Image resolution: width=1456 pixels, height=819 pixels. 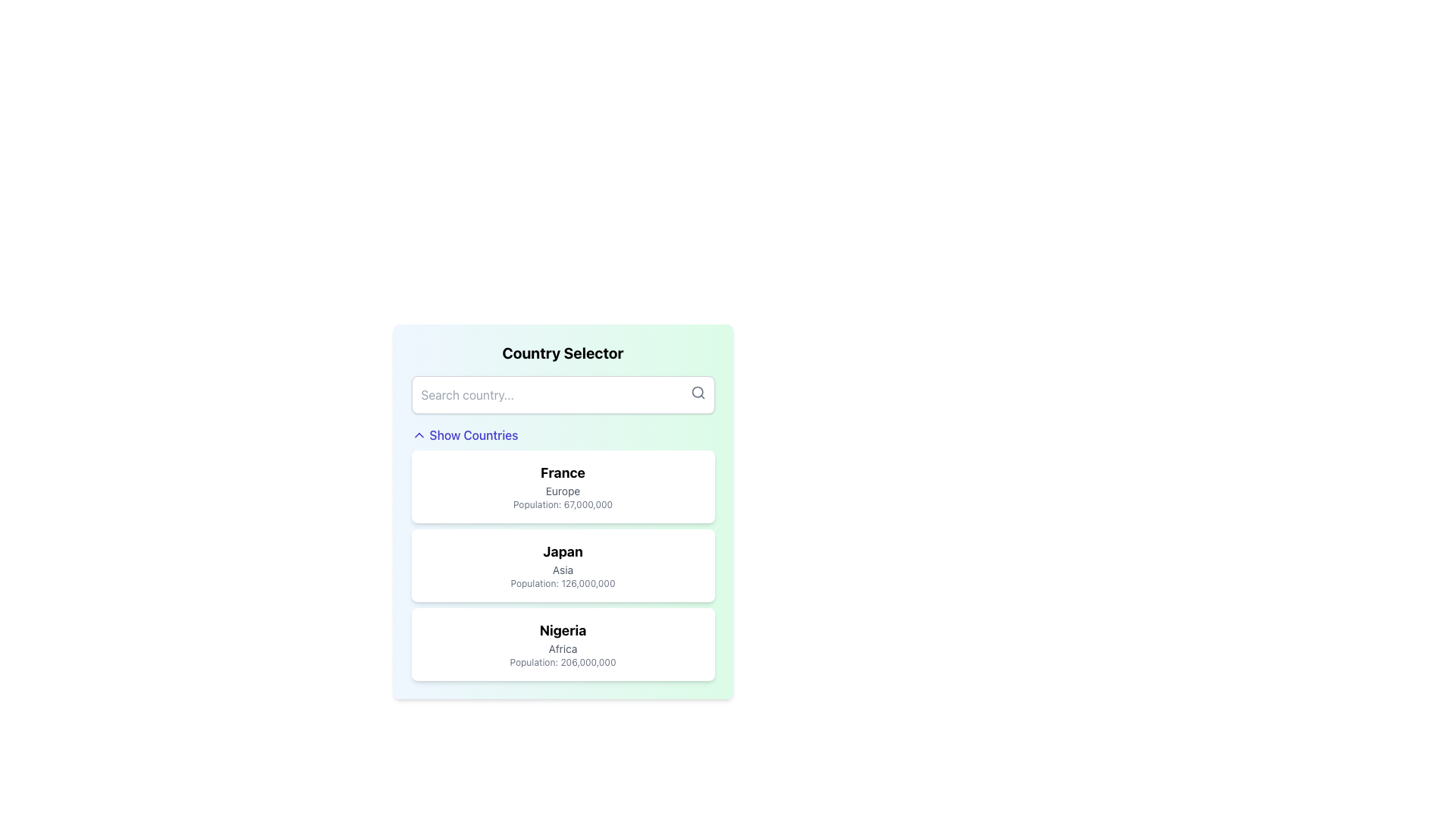 What do you see at coordinates (697, 391) in the screenshot?
I see `the magnifying glass icon located at the top-right corner of the 'Search country...' input field to initiate a search action` at bounding box center [697, 391].